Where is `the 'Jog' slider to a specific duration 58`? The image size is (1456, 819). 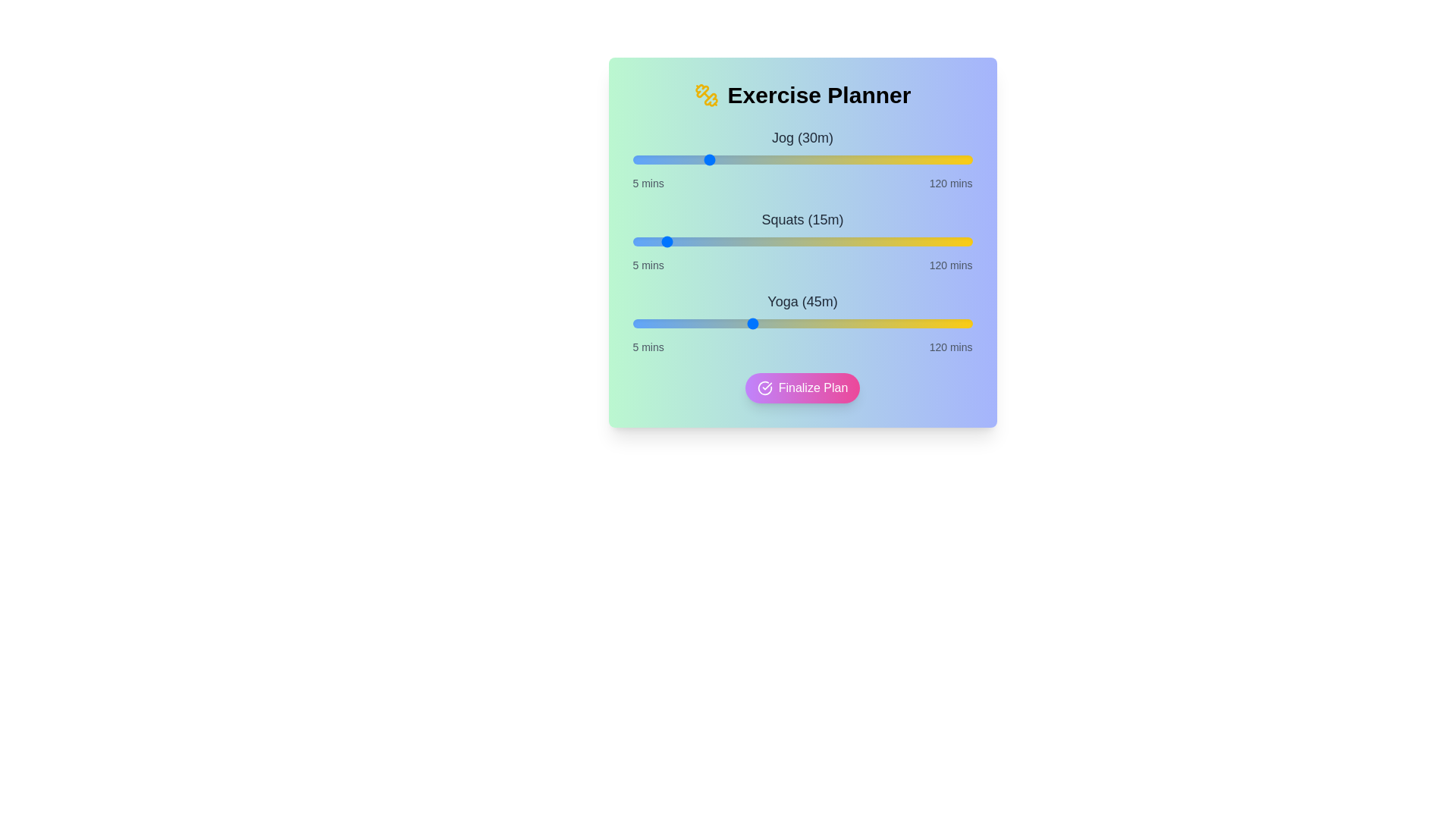 the 'Jog' slider to a specific duration 58 is located at coordinates (789, 160).